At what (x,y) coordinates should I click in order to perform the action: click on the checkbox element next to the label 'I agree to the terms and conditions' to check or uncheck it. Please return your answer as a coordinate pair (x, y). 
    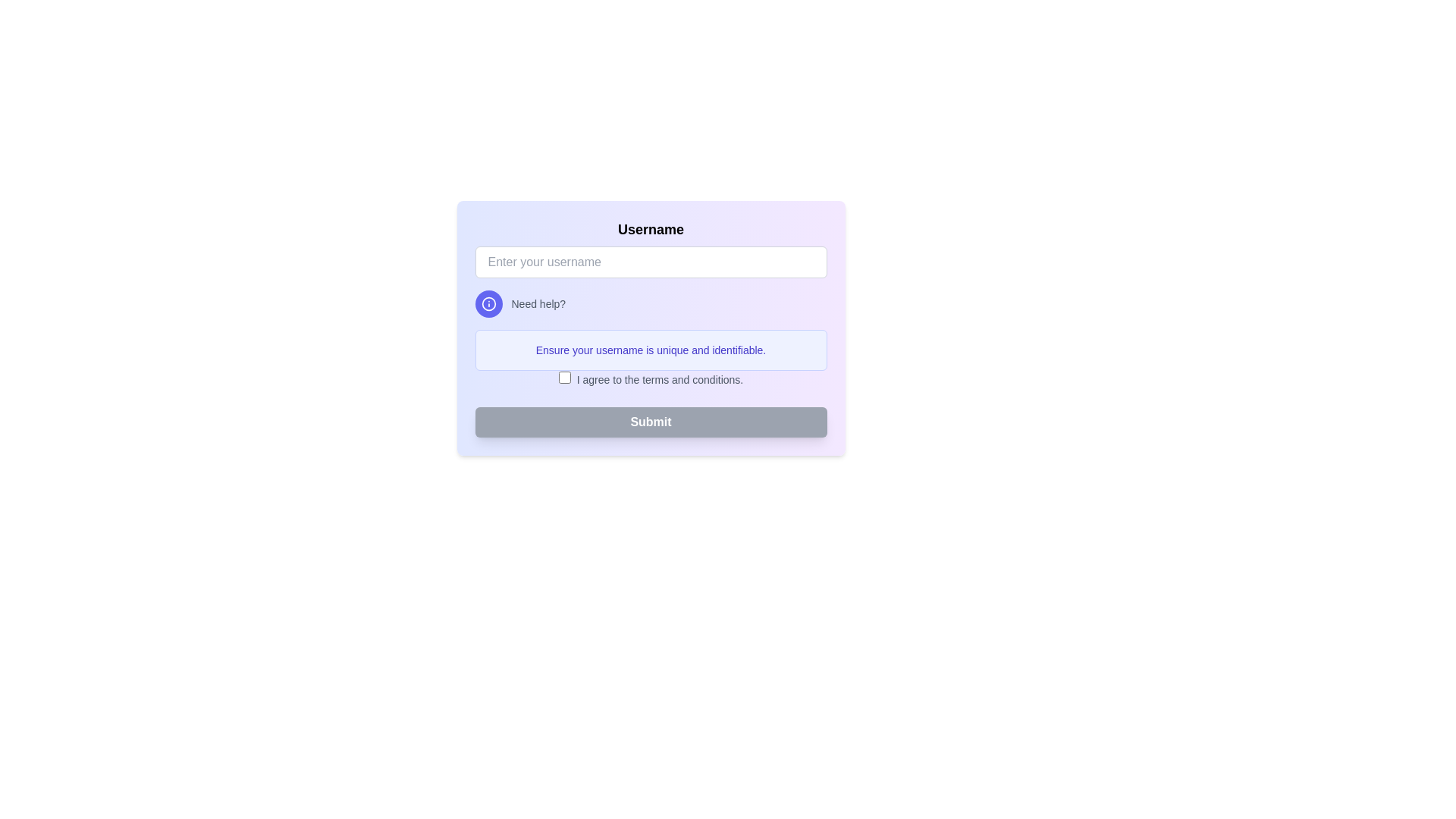
    Looking at the image, I should click on (563, 376).